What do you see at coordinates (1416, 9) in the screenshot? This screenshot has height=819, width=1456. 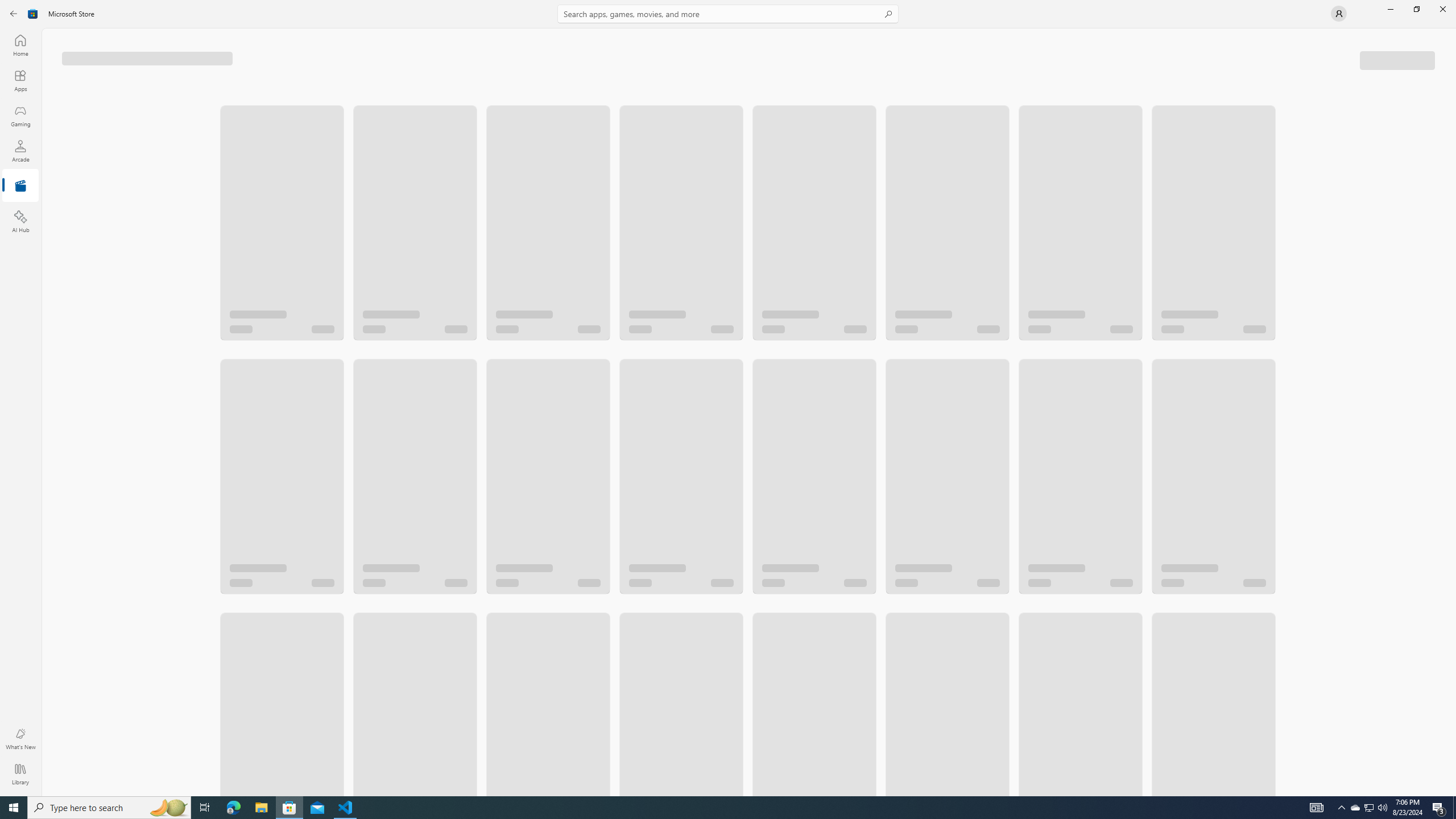 I see `'Restore Microsoft Store'` at bounding box center [1416, 9].